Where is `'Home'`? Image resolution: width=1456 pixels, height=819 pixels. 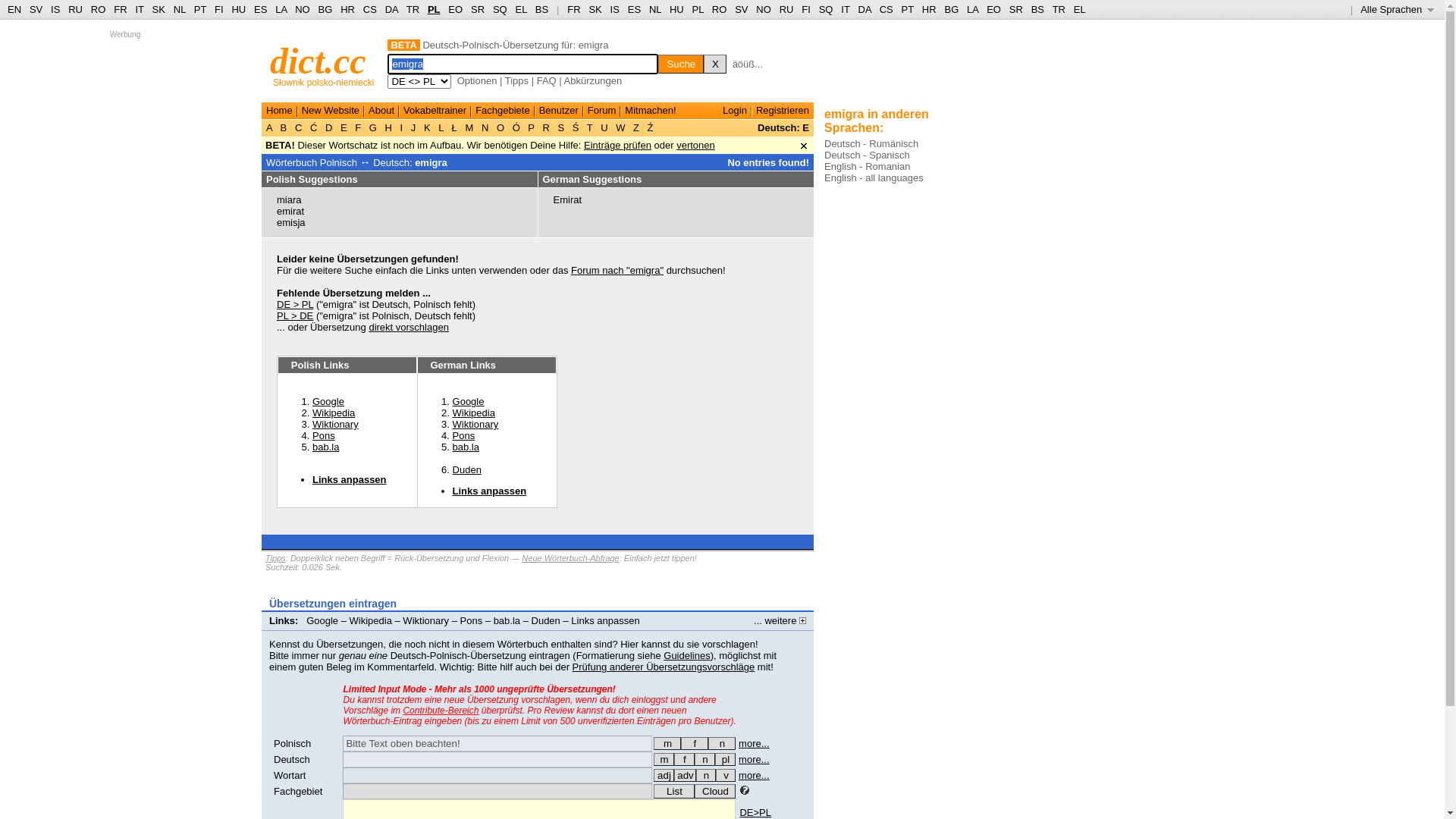 'Home' is located at coordinates (265, 109).